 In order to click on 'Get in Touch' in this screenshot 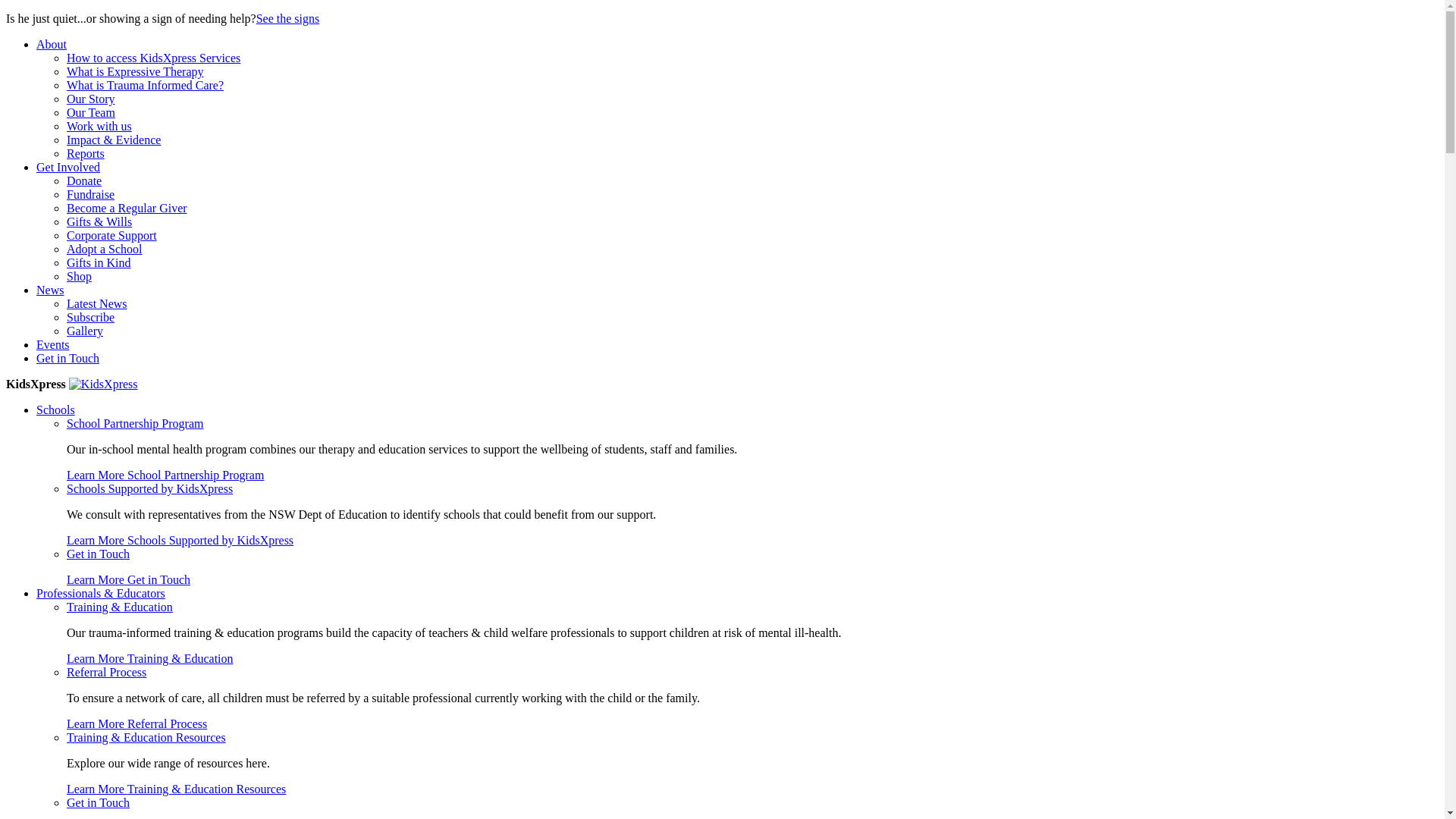, I will do `click(97, 802)`.